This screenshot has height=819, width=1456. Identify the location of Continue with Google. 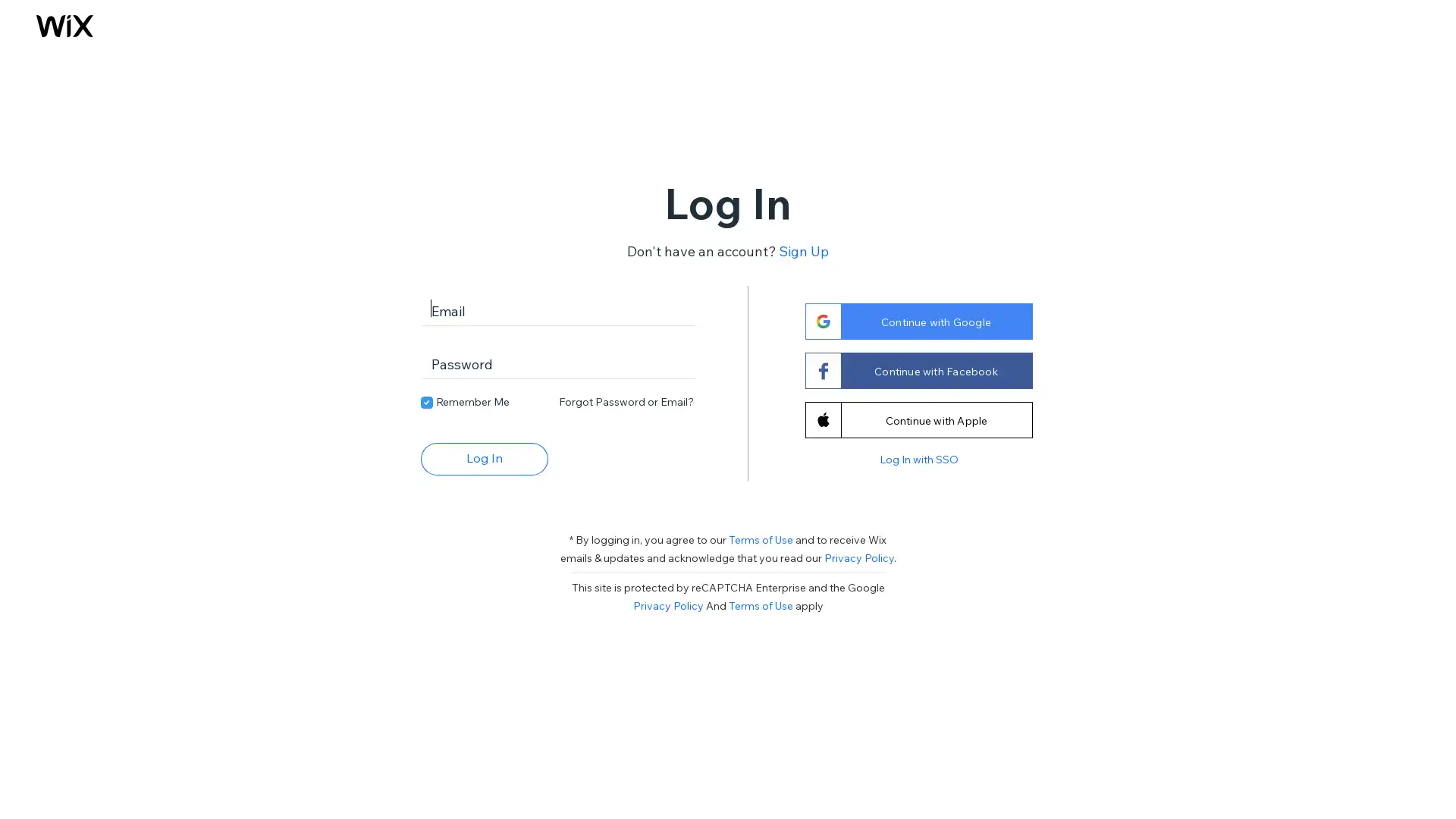
(917, 320).